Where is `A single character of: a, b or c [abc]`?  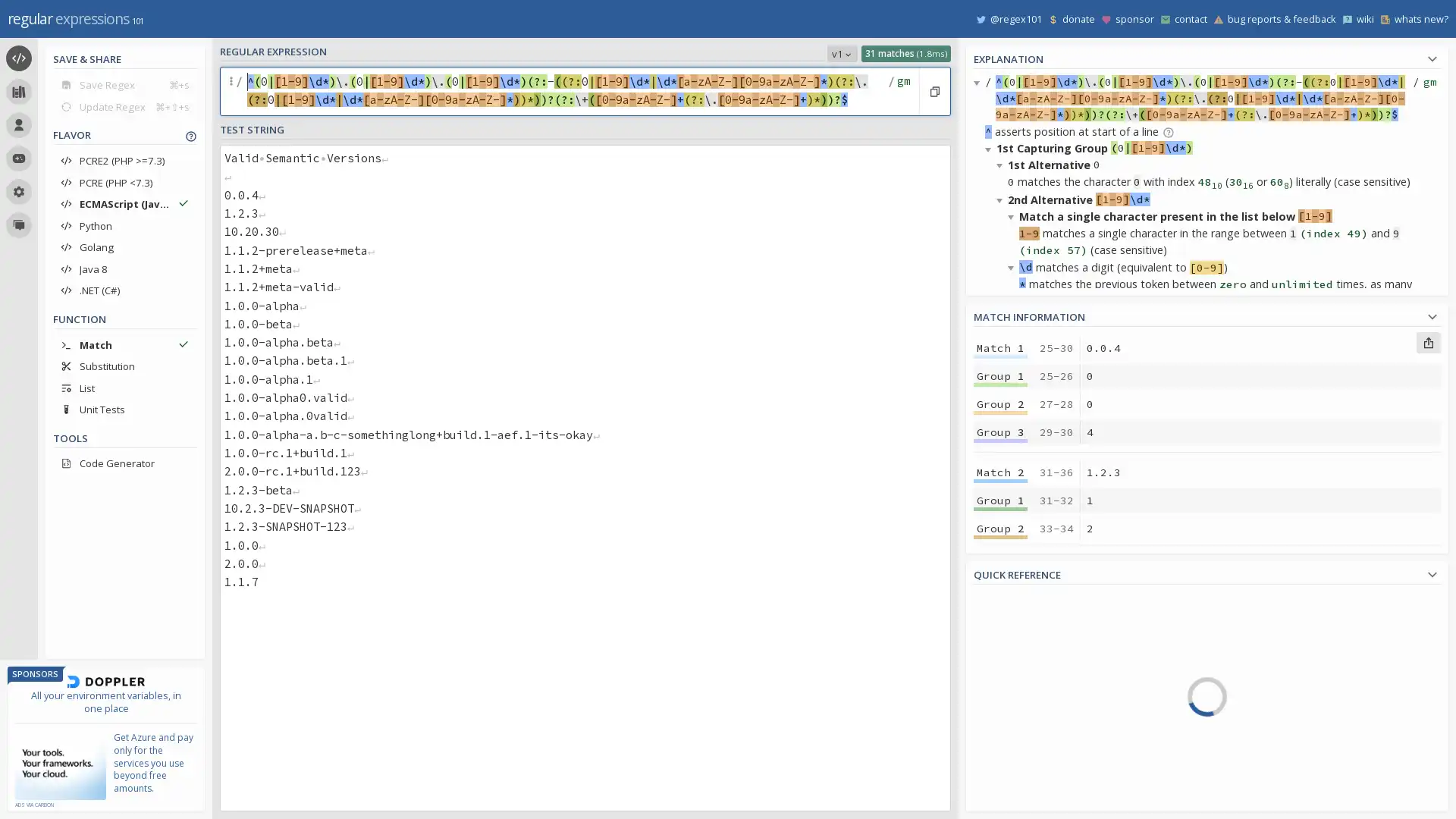
A single character of: a, b or c [abc] is located at coordinates (1282, 599).